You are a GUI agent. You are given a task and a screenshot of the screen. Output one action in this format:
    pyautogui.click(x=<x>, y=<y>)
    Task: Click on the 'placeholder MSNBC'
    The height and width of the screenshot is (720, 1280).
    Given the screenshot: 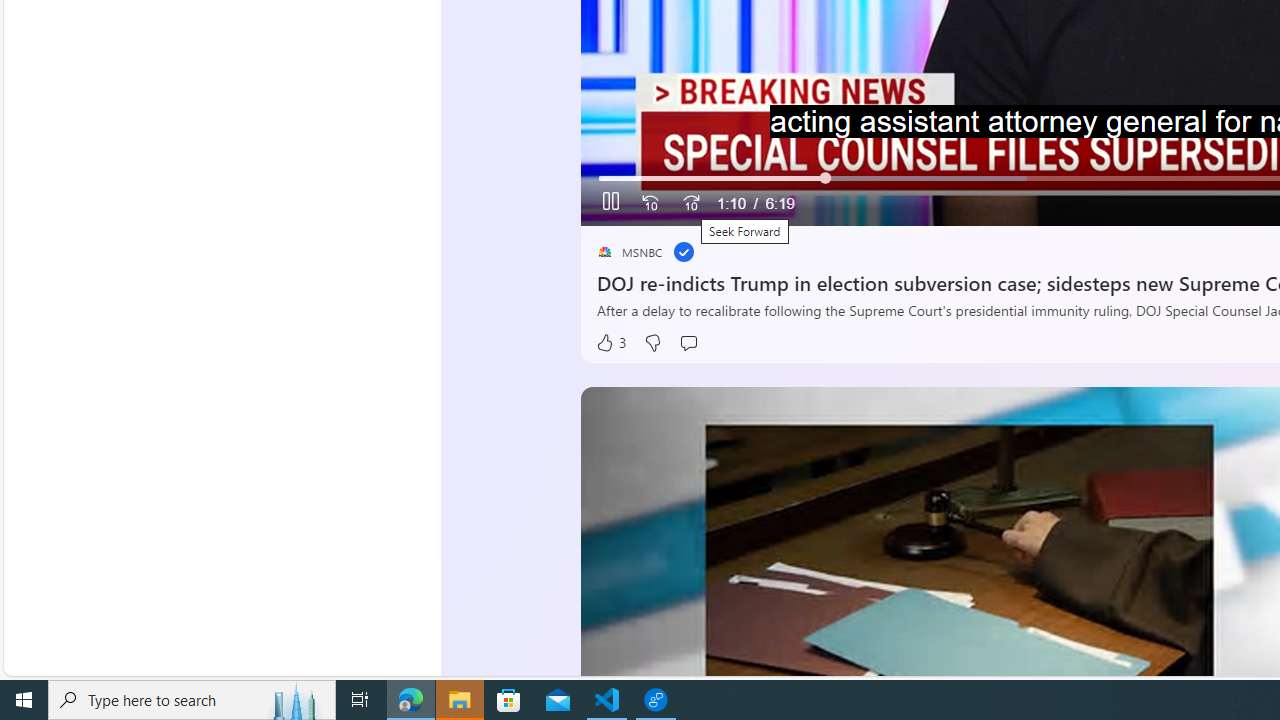 What is the action you would take?
    pyautogui.click(x=628, y=251)
    